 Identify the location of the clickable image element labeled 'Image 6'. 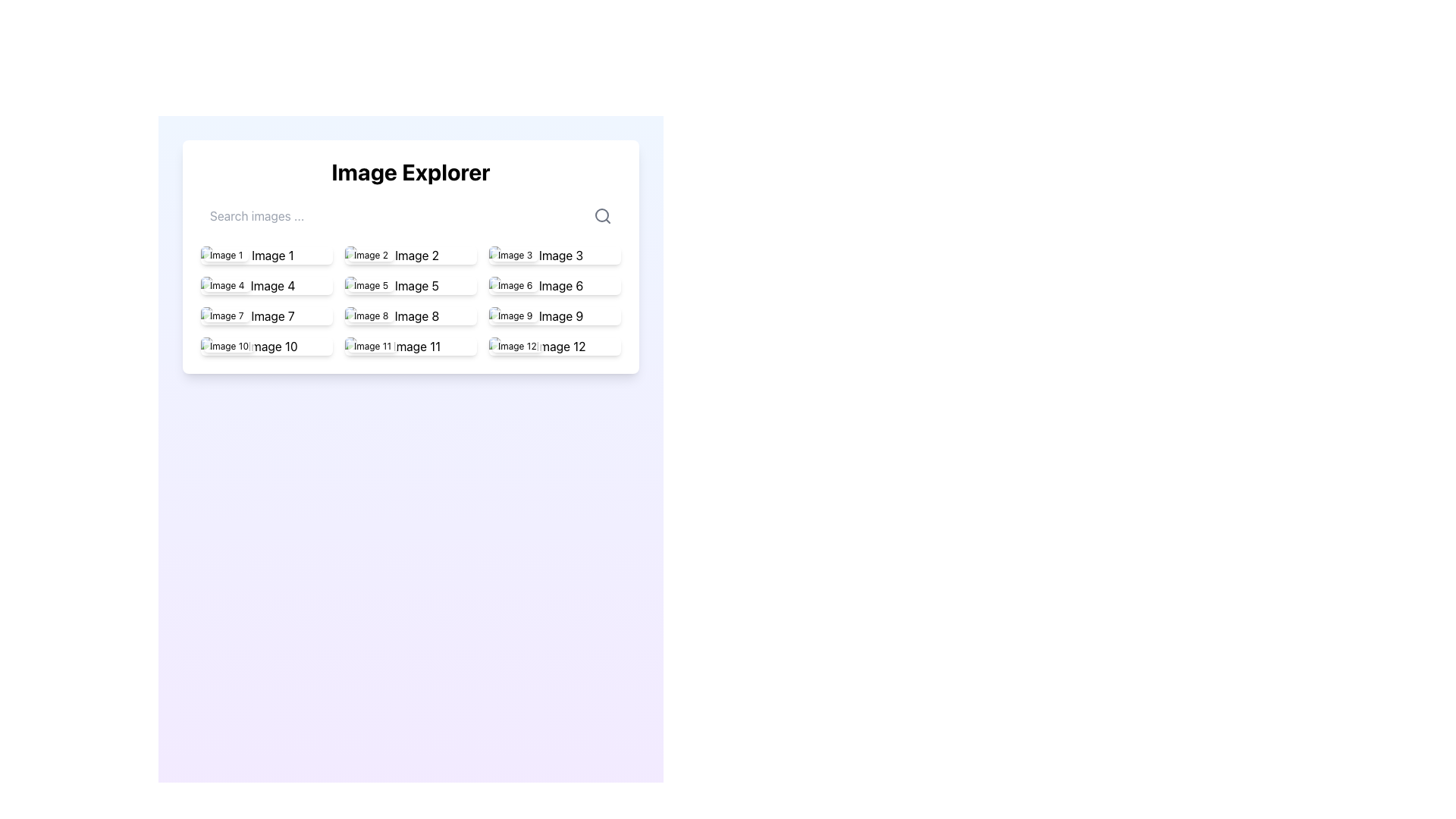
(554, 286).